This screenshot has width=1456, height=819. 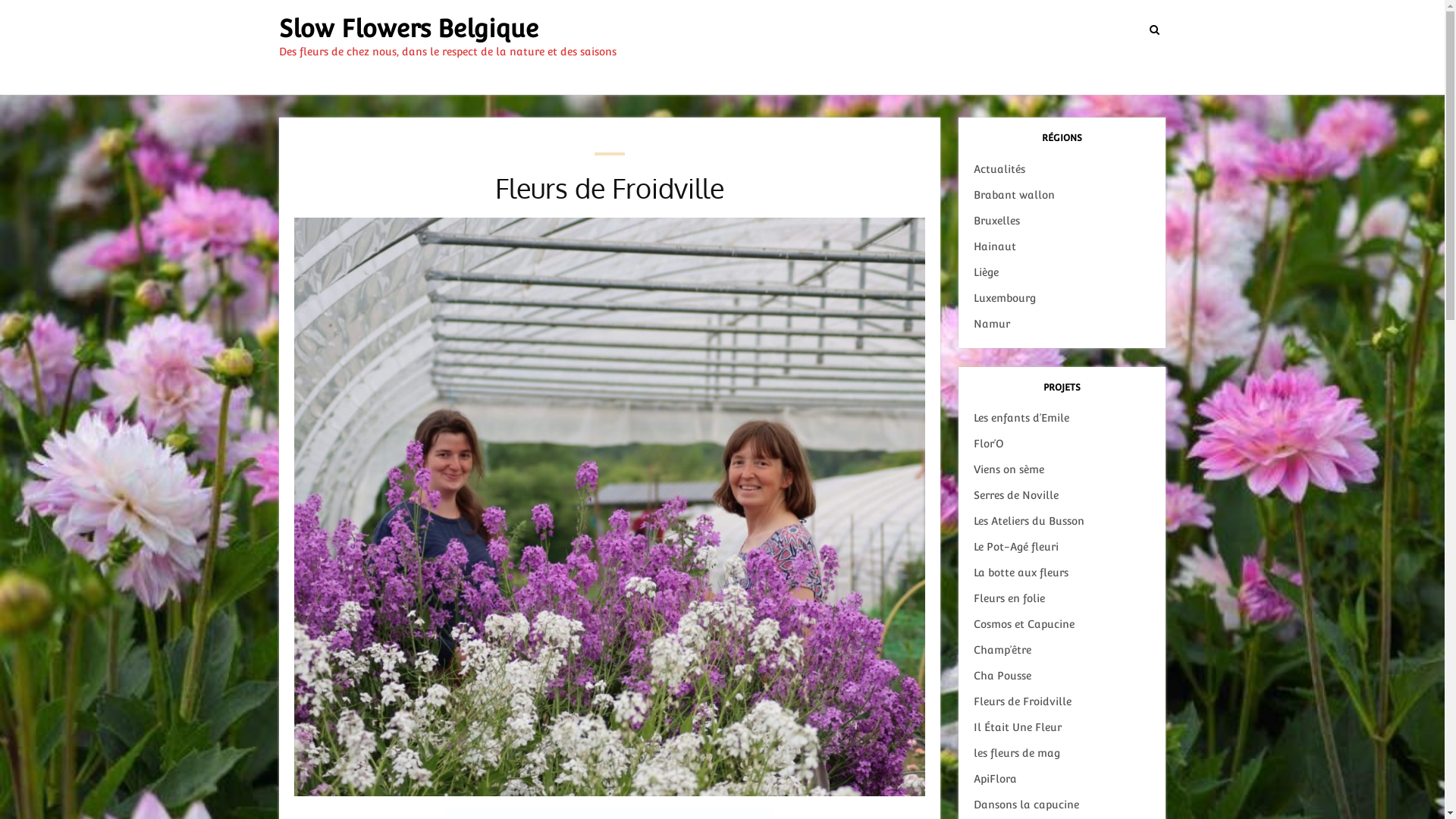 I want to click on 'Cha Pousse', so click(x=1002, y=675).